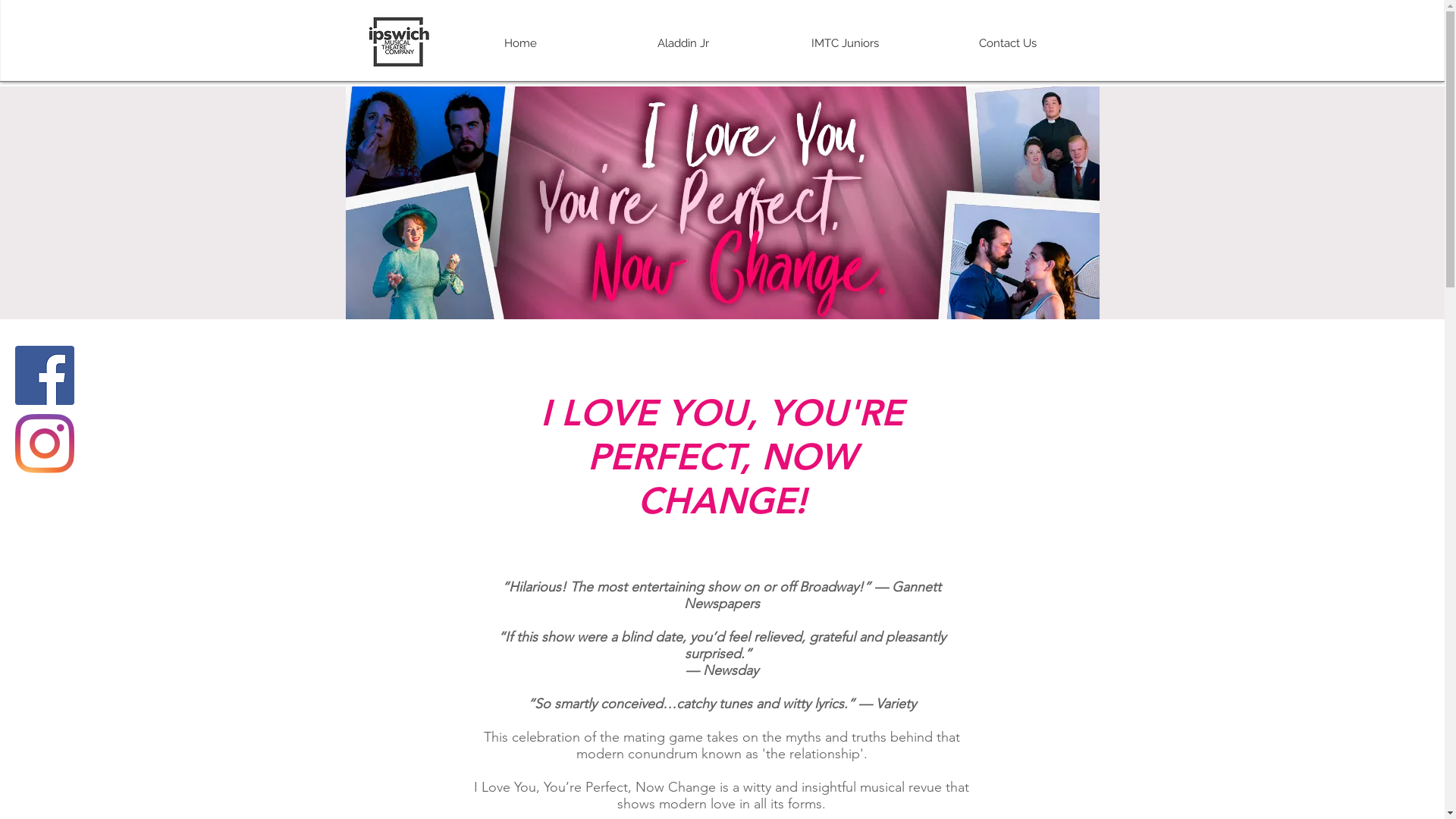 The width and height of the screenshot is (1456, 819). Describe the element at coordinates (519, 42) in the screenshot. I see `'Home'` at that location.